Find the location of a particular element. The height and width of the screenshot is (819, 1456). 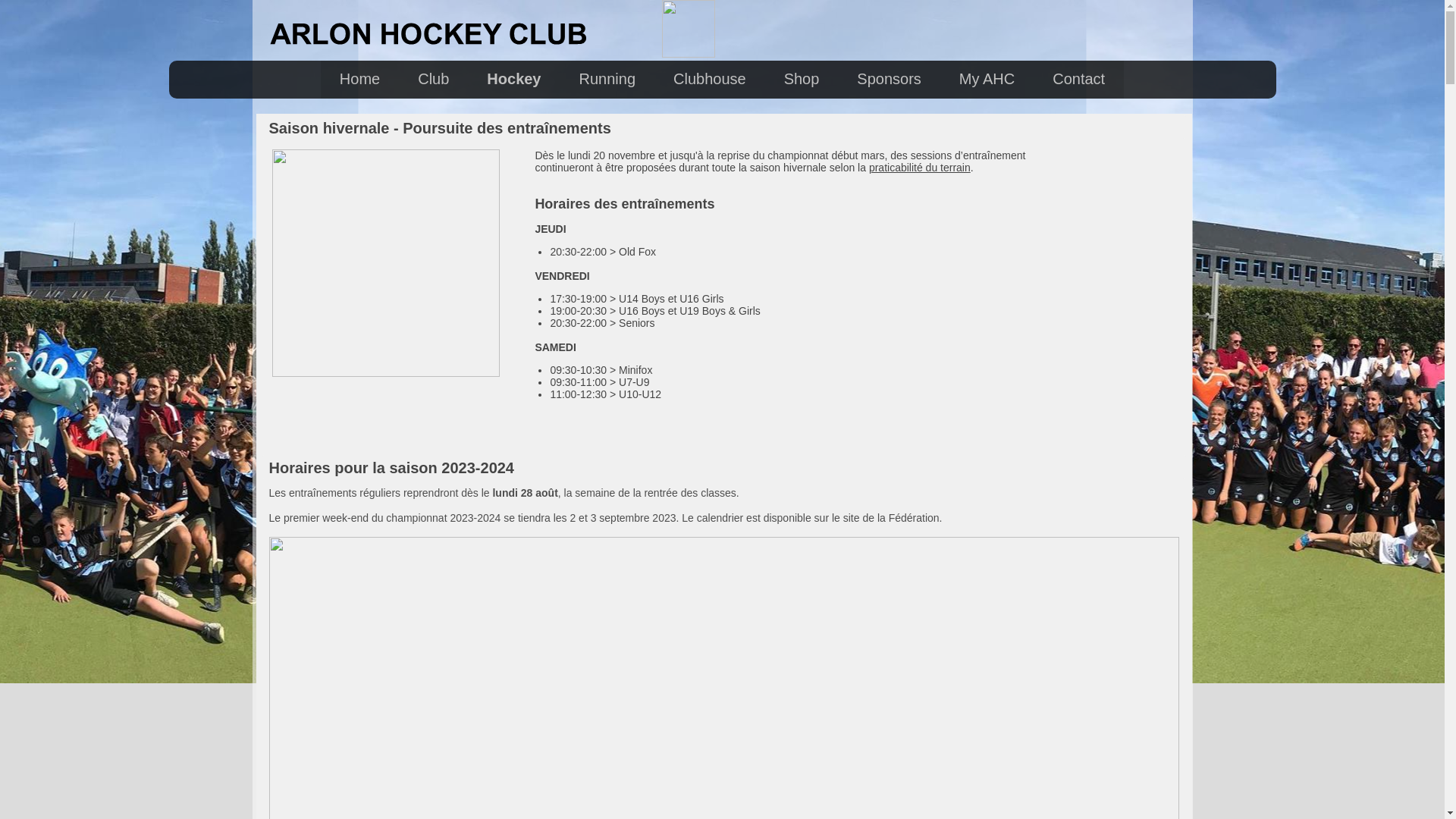

'Home' is located at coordinates (359, 79).